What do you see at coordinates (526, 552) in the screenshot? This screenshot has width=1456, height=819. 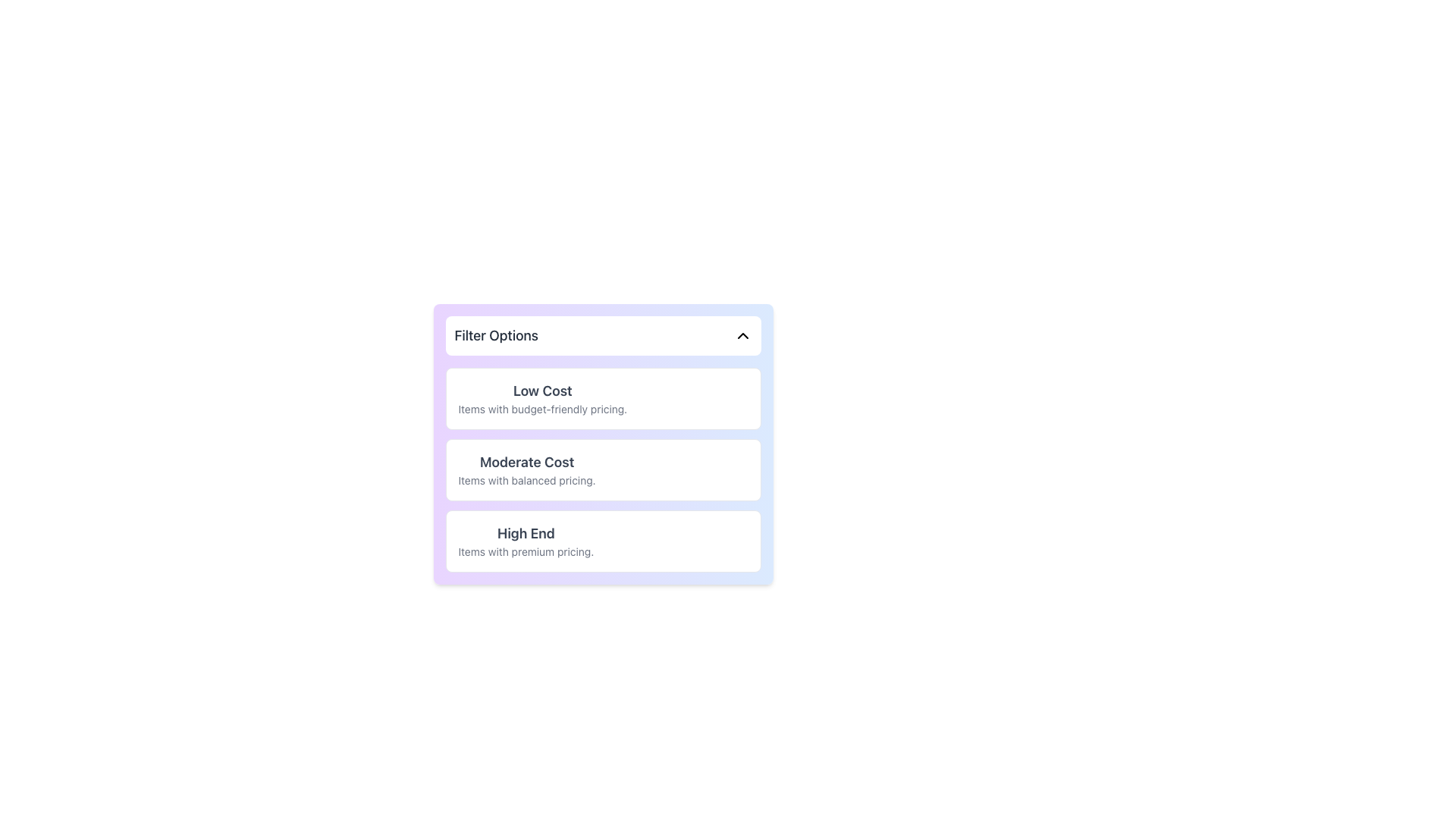 I see `text label that says 'Items with premium pricing.' which is situated beneath the bold 'High End' text in the Filter Options section` at bounding box center [526, 552].